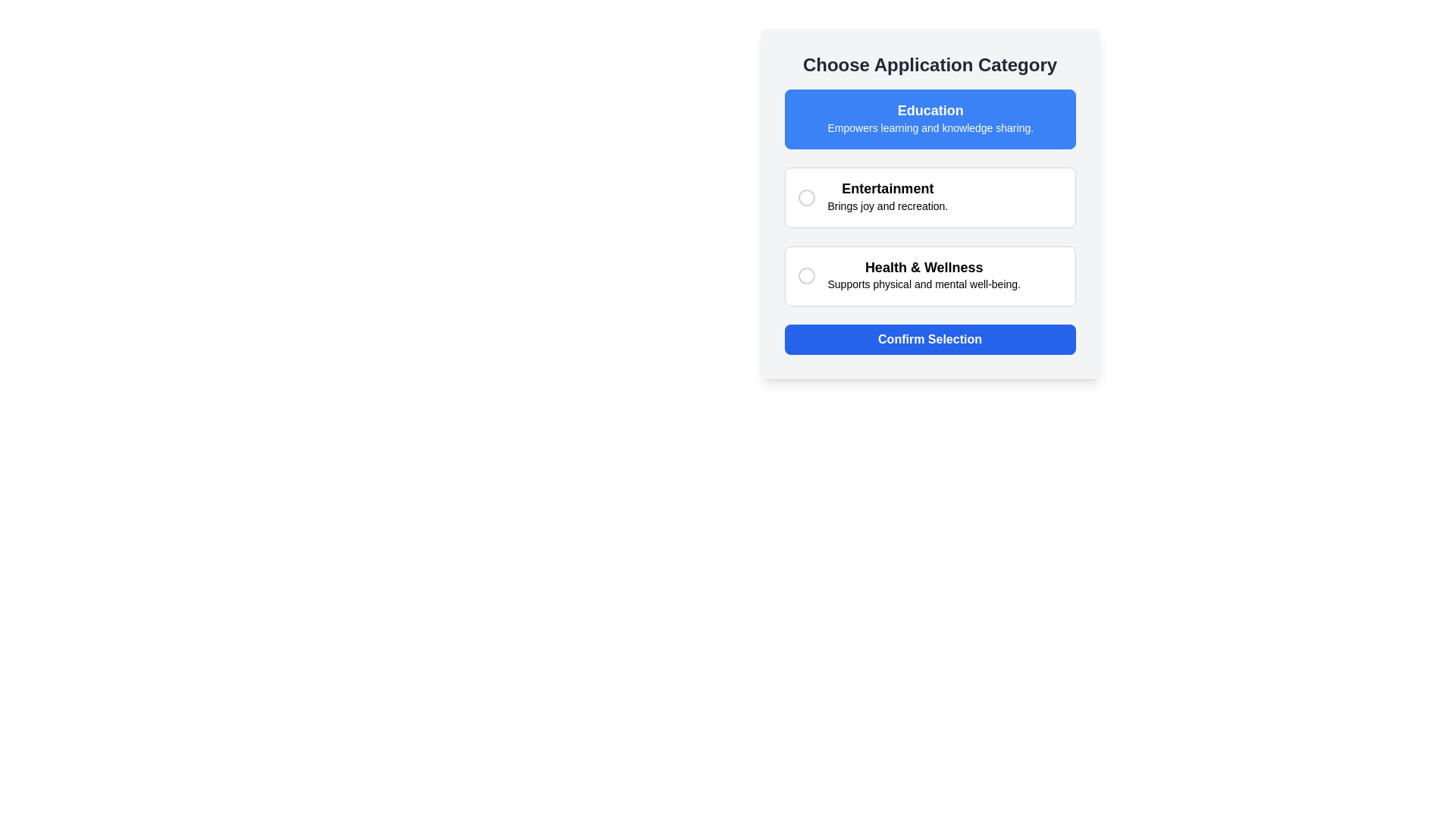 This screenshot has height=819, width=1456. Describe the element at coordinates (805, 276) in the screenshot. I see `the inactive radio button in the 'Health & Wellness' section` at that location.